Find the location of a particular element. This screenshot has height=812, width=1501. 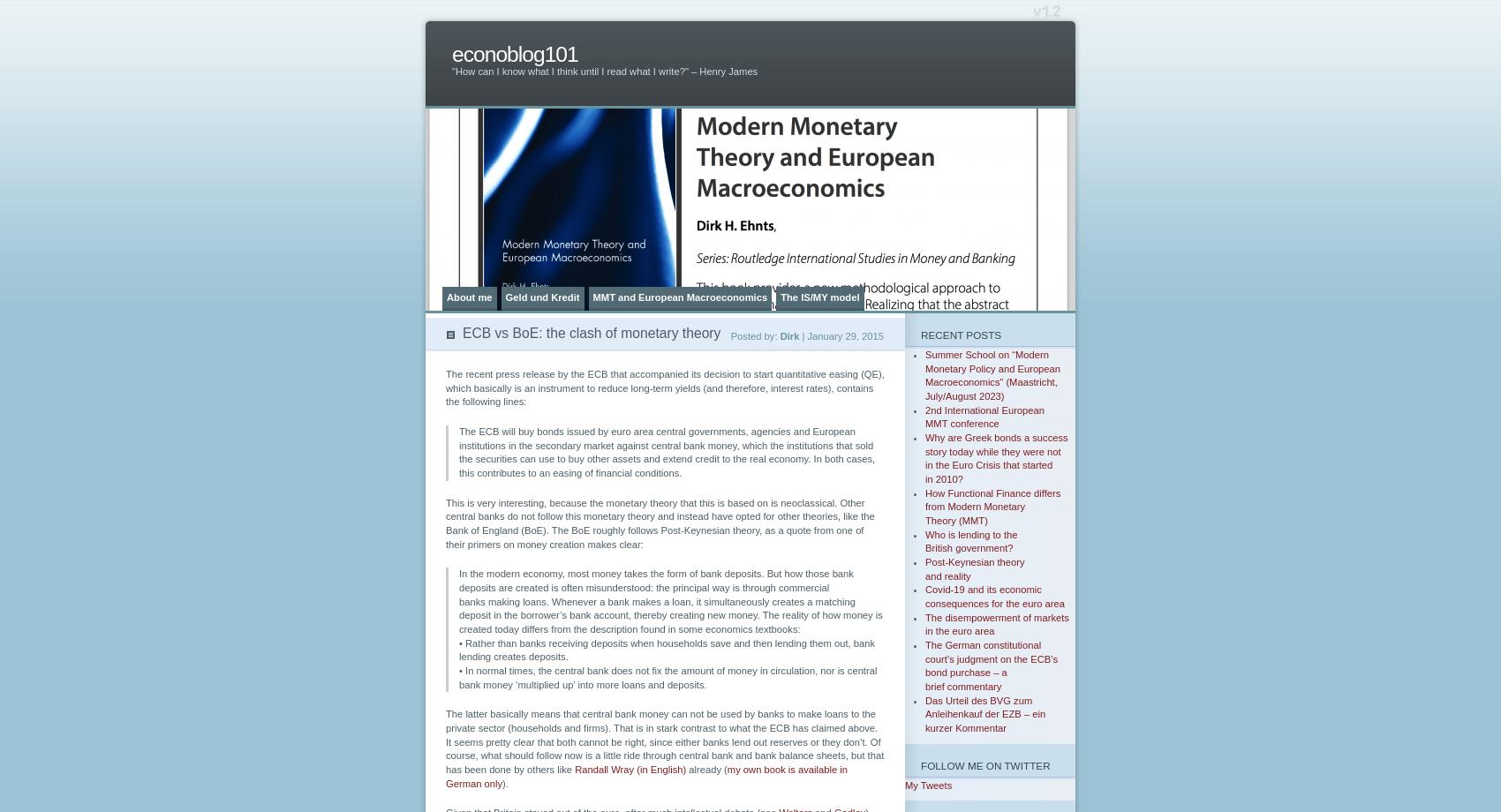

'My Tweets' is located at coordinates (903, 783).